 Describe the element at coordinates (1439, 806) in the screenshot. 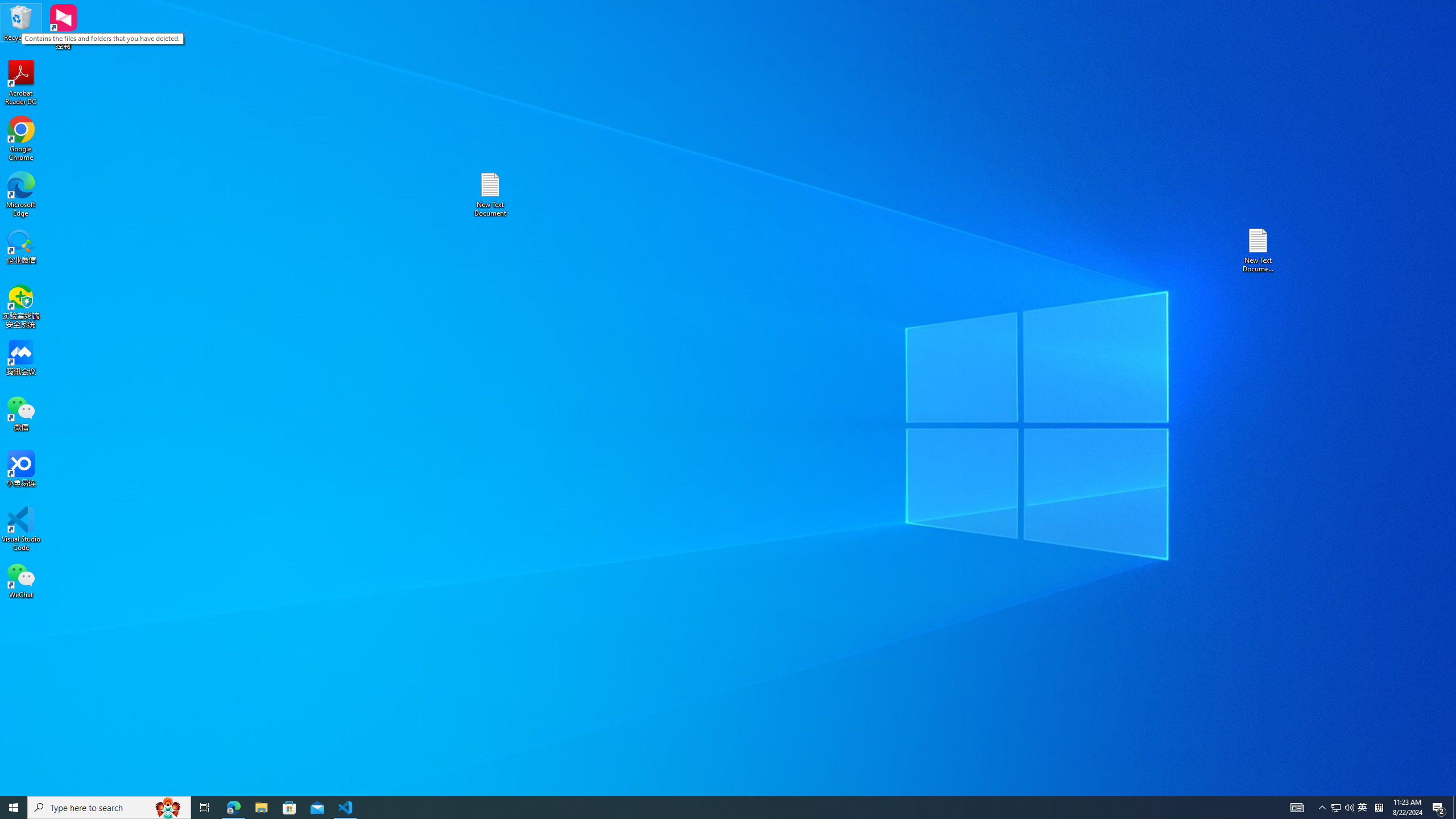

I see `'Action Center, 2 new notifications'` at that location.